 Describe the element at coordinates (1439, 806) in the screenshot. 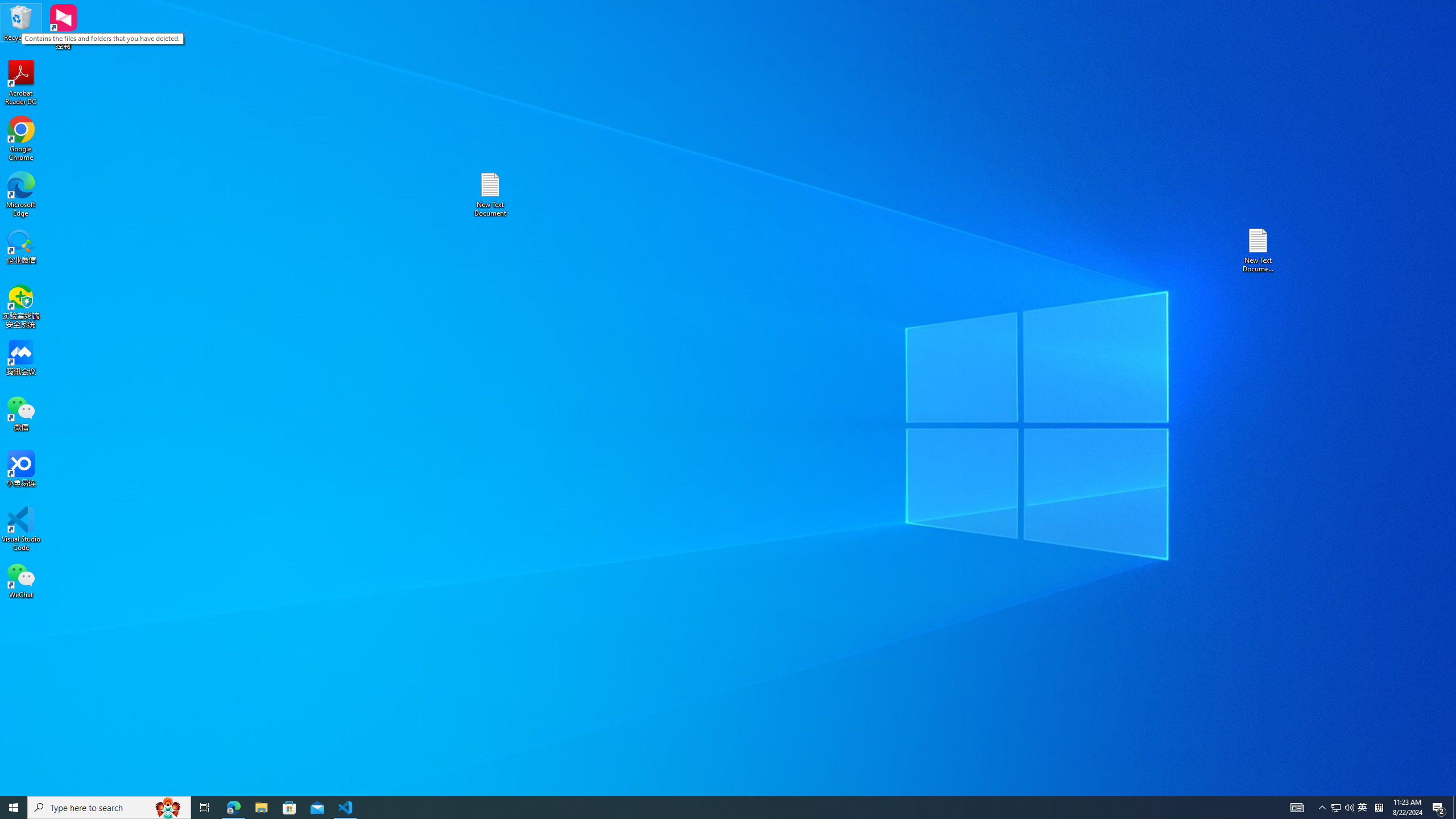

I see `'Action Center, 2 new notifications'` at that location.